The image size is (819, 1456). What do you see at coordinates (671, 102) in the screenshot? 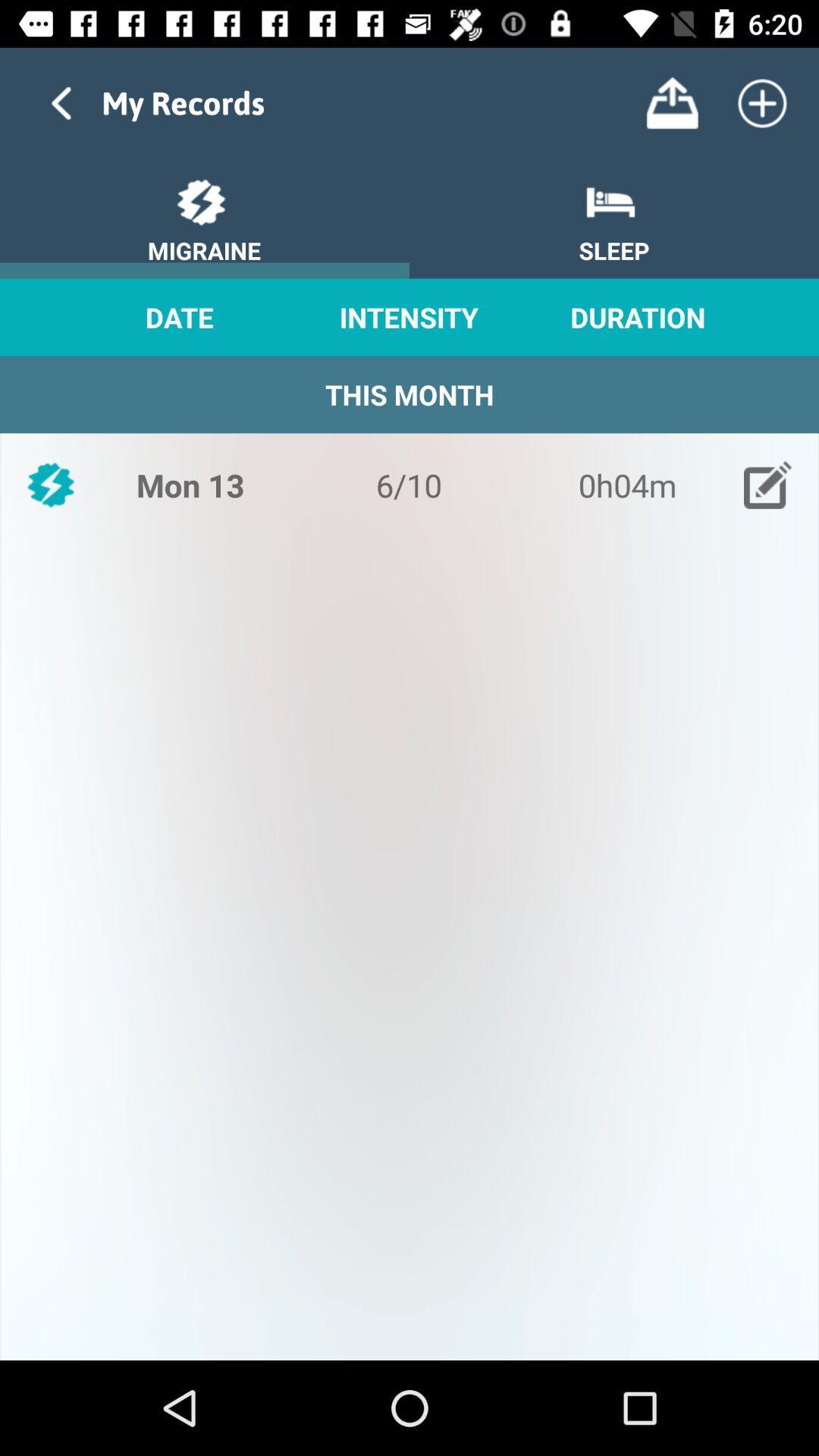
I see `export` at bounding box center [671, 102].